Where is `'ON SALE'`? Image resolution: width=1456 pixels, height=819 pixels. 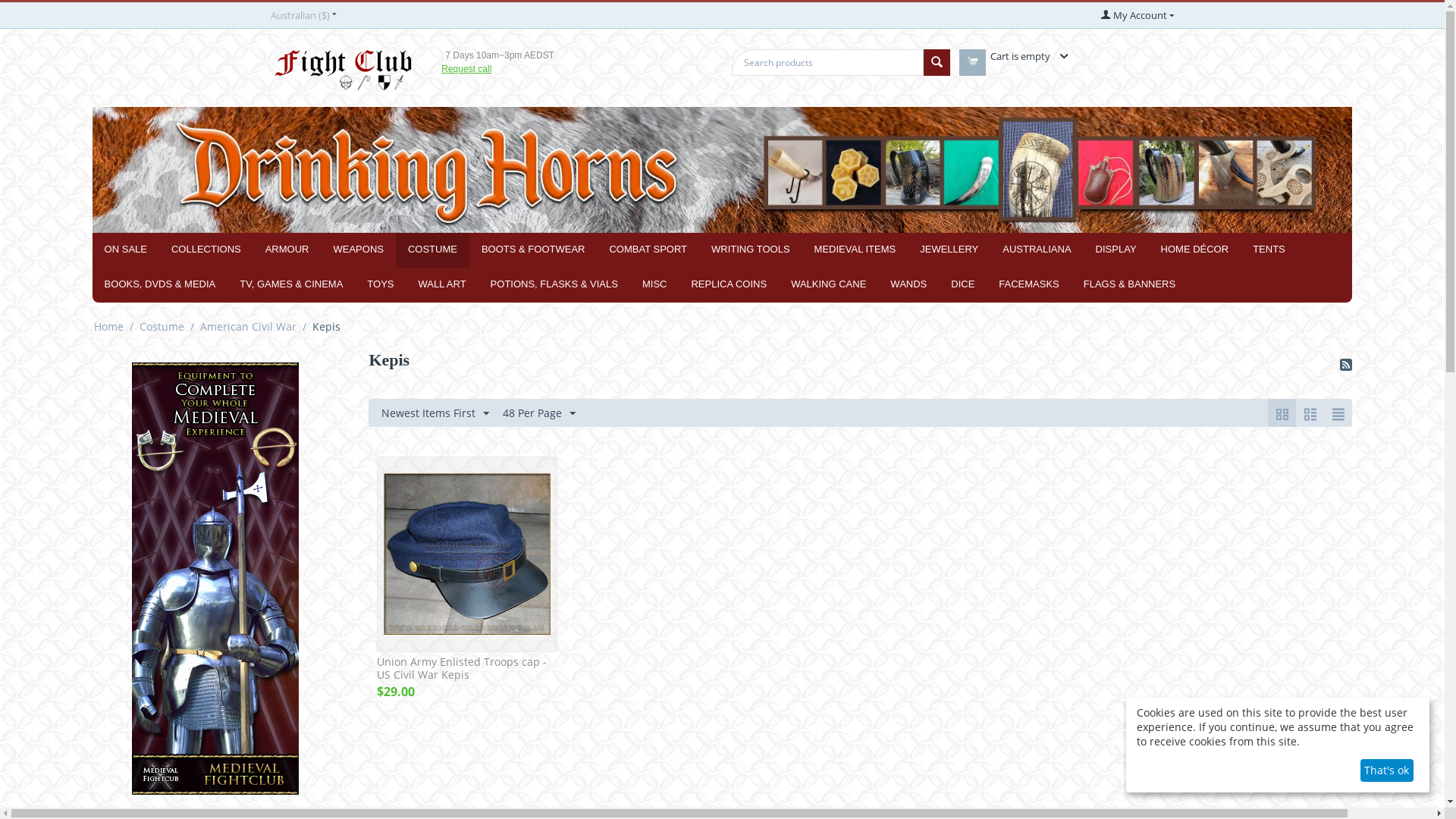
'ON SALE' is located at coordinates (126, 249).